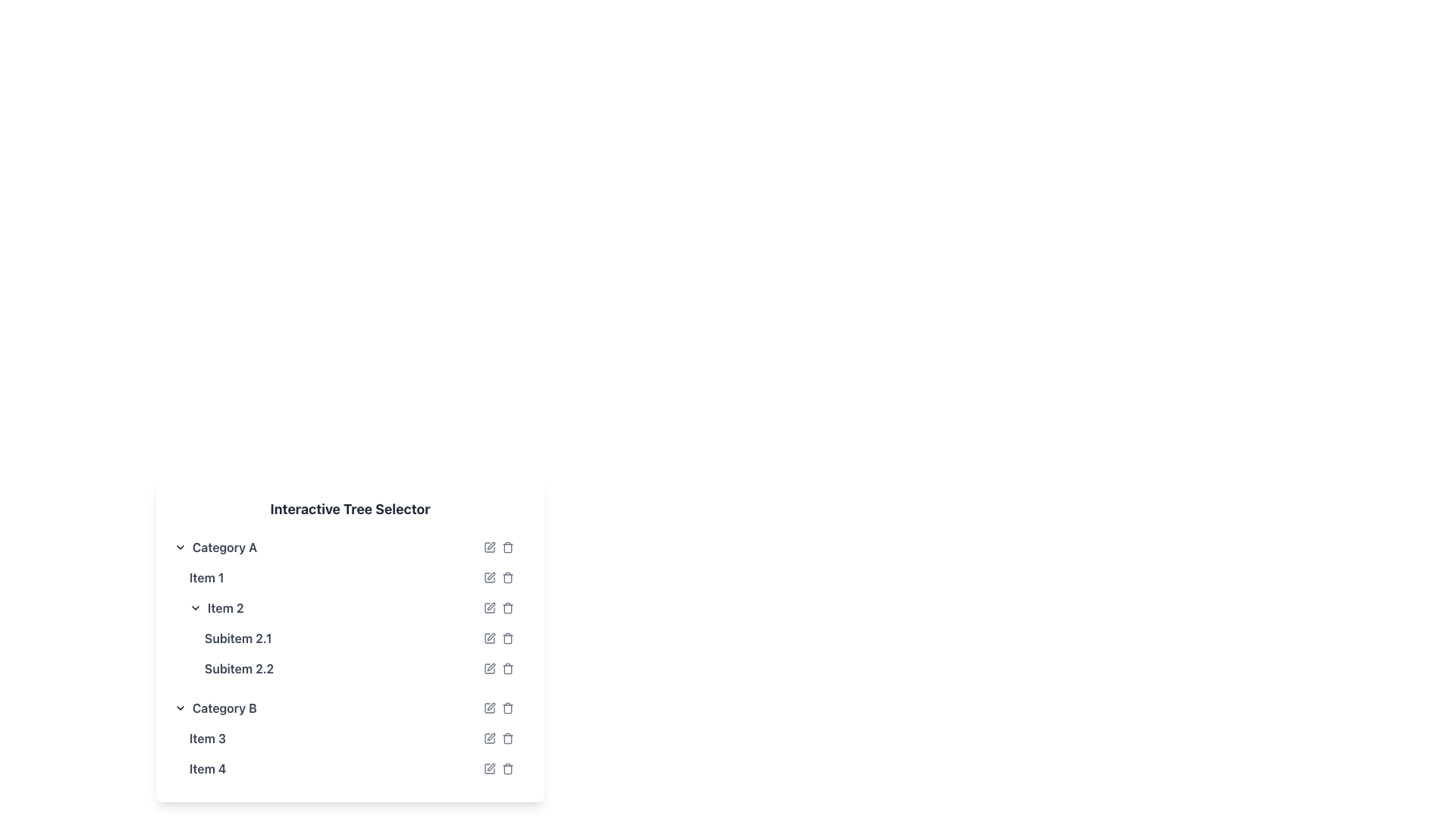  I want to click on the editing icon represented as a rectangular button with rounded corners located to the right of 'Subitem 2.2' in the nested list under 'Item 2' in category 'Category A', so click(490, 668).